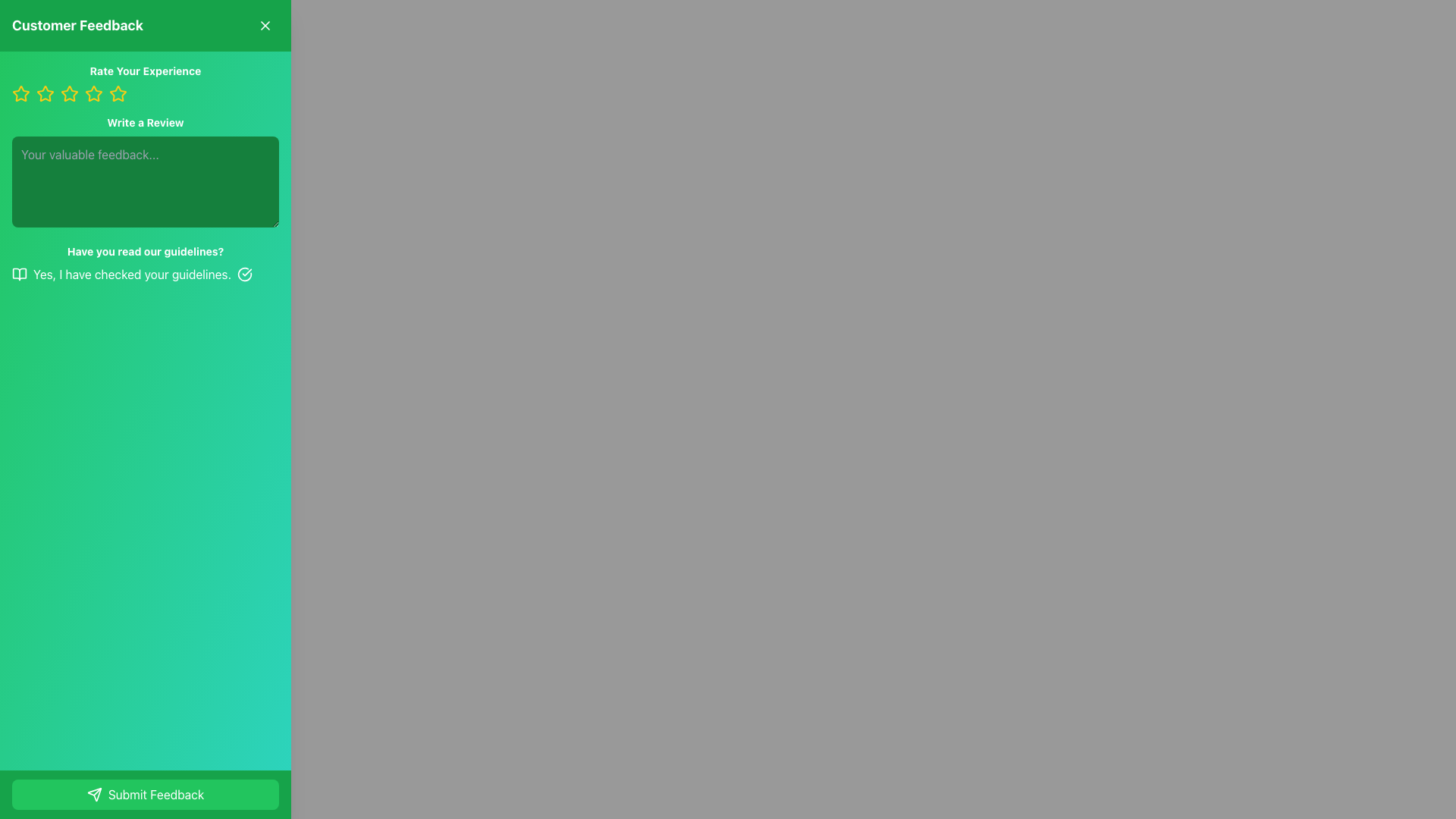 This screenshot has height=819, width=1456. I want to click on the 'Rate Your Experience' label, which is a bold white heading on a green background, positioned at the top of the feedback form above the star rating icons, so click(146, 71).